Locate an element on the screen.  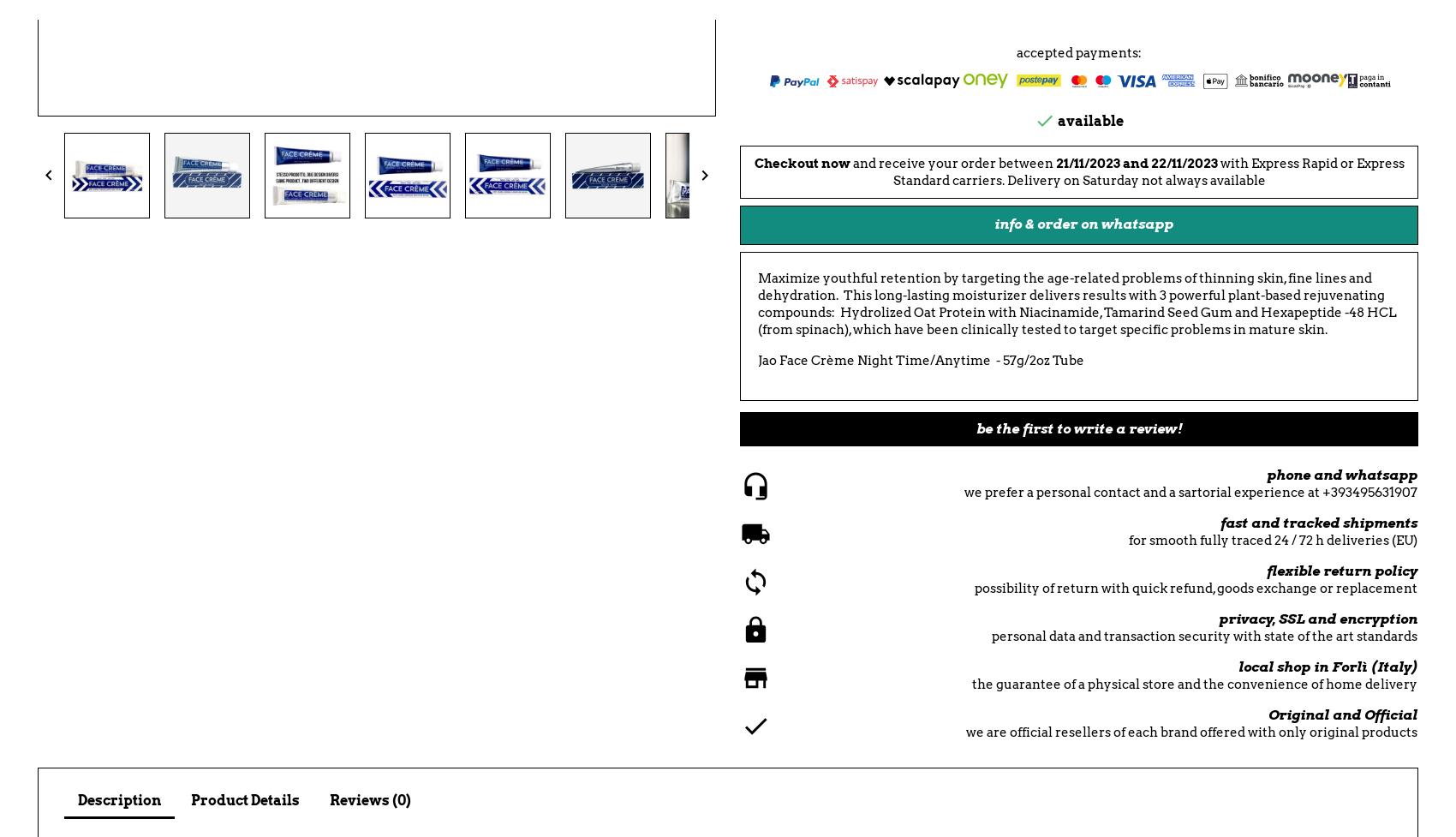
'local shop in Forlì (Italy)' is located at coordinates (1328, 667).